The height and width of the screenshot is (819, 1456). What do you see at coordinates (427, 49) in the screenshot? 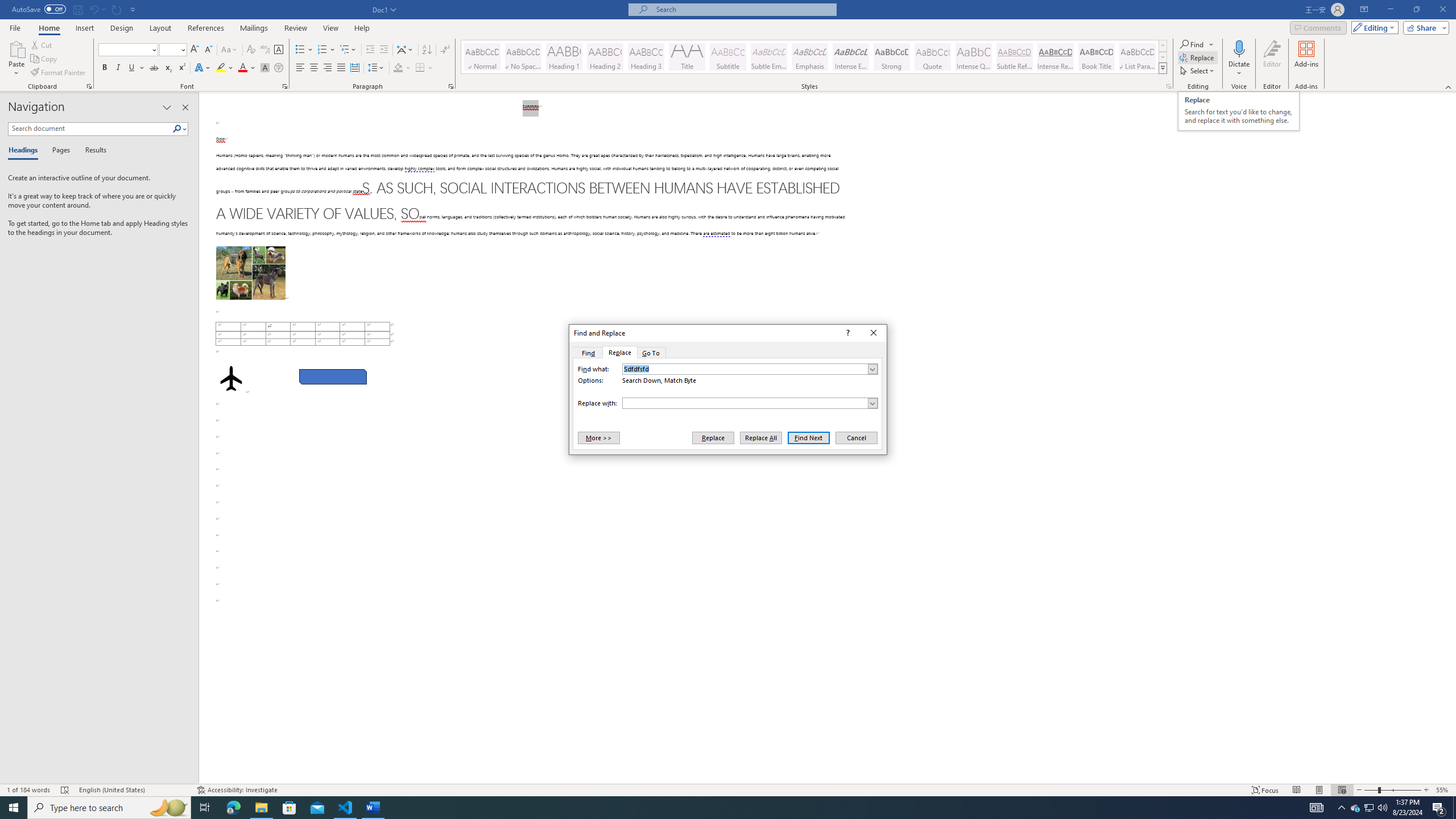
I see `'Sort...'` at bounding box center [427, 49].